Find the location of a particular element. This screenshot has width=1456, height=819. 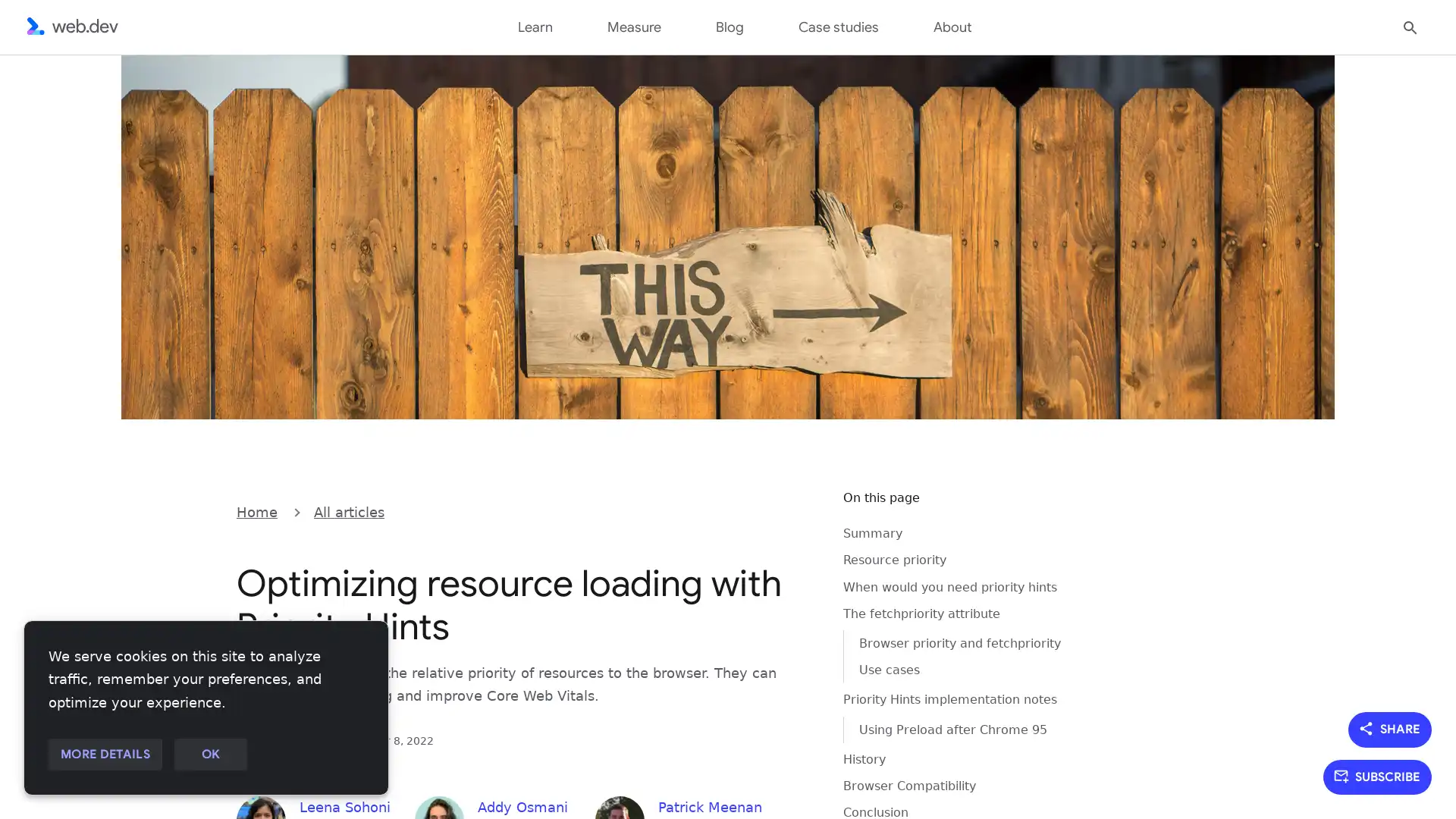

Copy code is located at coordinates (793, 510).